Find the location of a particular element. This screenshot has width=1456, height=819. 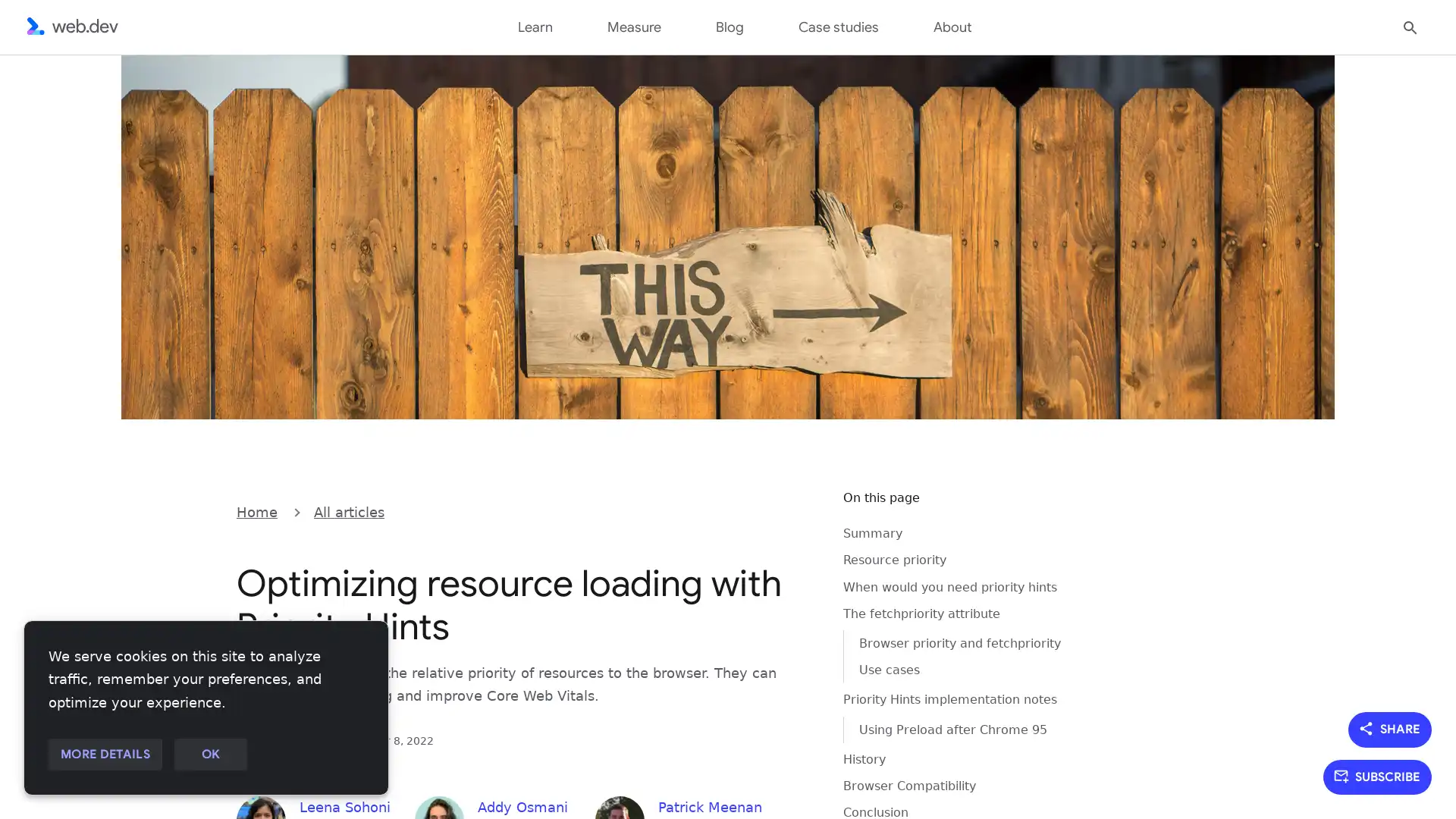

Copy code is located at coordinates (793, 510).